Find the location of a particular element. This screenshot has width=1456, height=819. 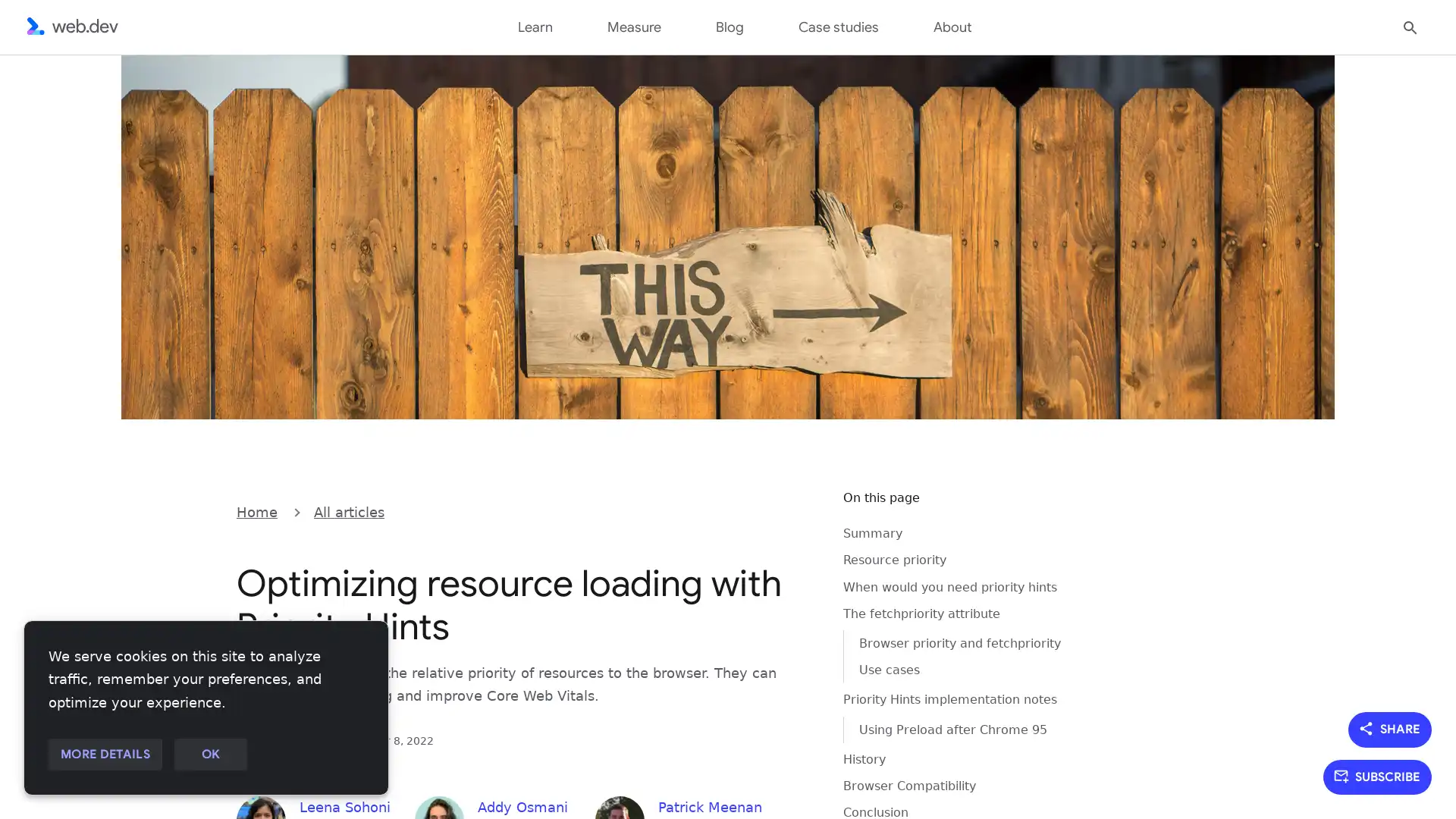

Copy code is located at coordinates (793, 510).